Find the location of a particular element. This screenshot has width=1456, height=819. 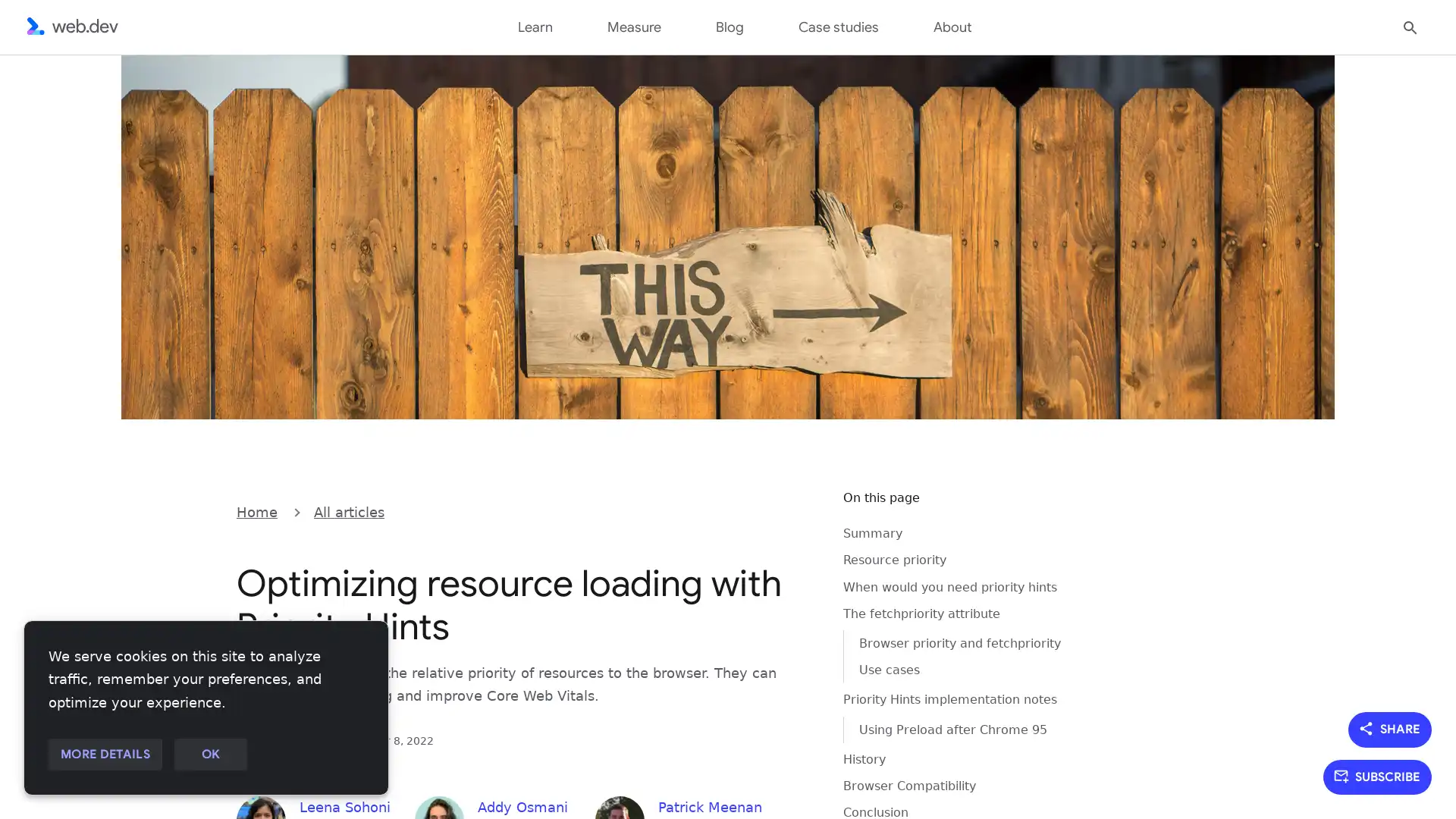

Copy code is located at coordinates (793, 510).